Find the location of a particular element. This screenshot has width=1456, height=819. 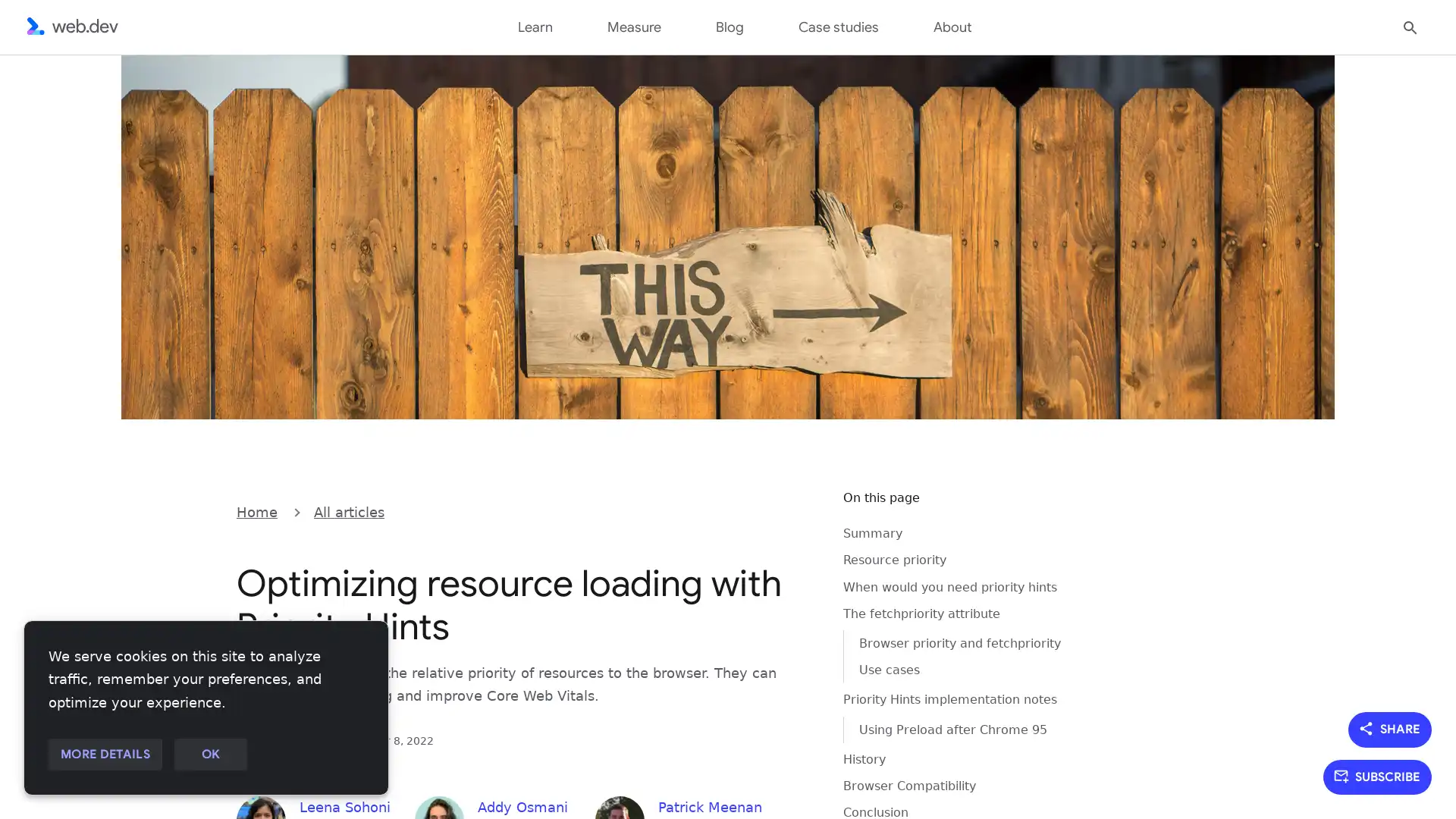

Copy code is located at coordinates (793, 510).